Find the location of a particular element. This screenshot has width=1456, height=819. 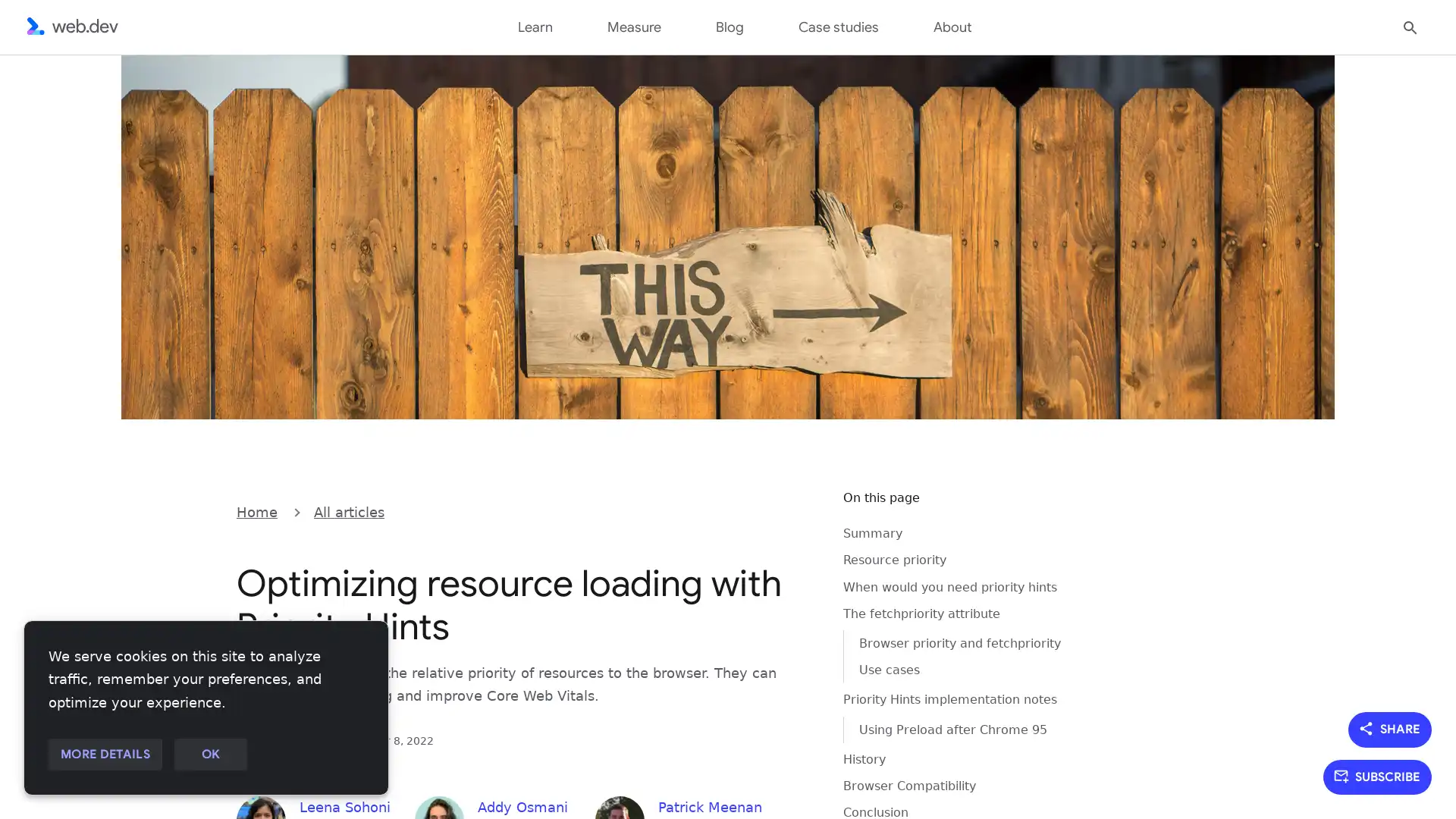

Copy code is located at coordinates (793, 510).